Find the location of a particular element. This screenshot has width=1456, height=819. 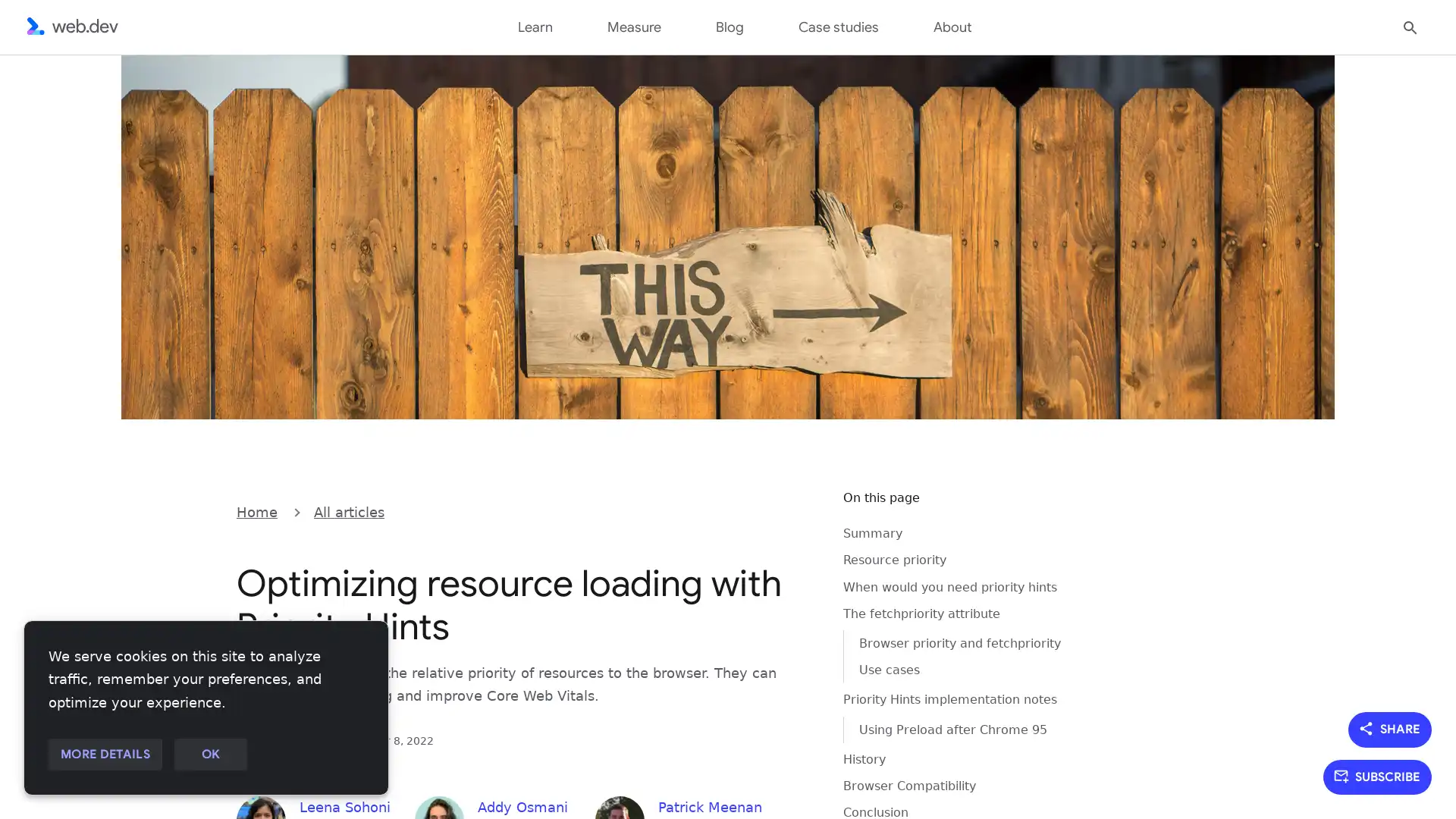

Copy code is located at coordinates (793, 510).